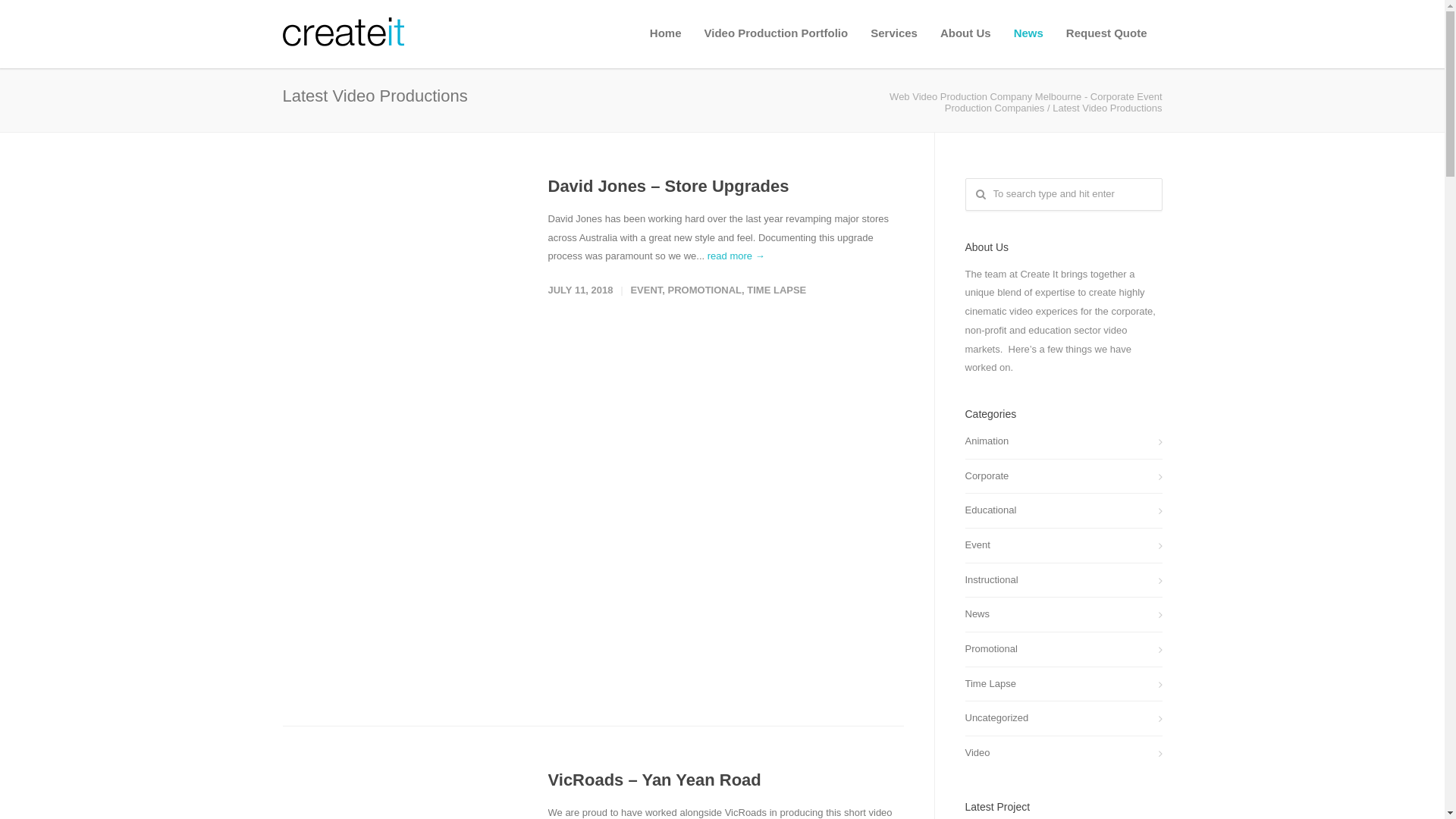  What do you see at coordinates (894, 33) in the screenshot?
I see `'Services'` at bounding box center [894, 33].